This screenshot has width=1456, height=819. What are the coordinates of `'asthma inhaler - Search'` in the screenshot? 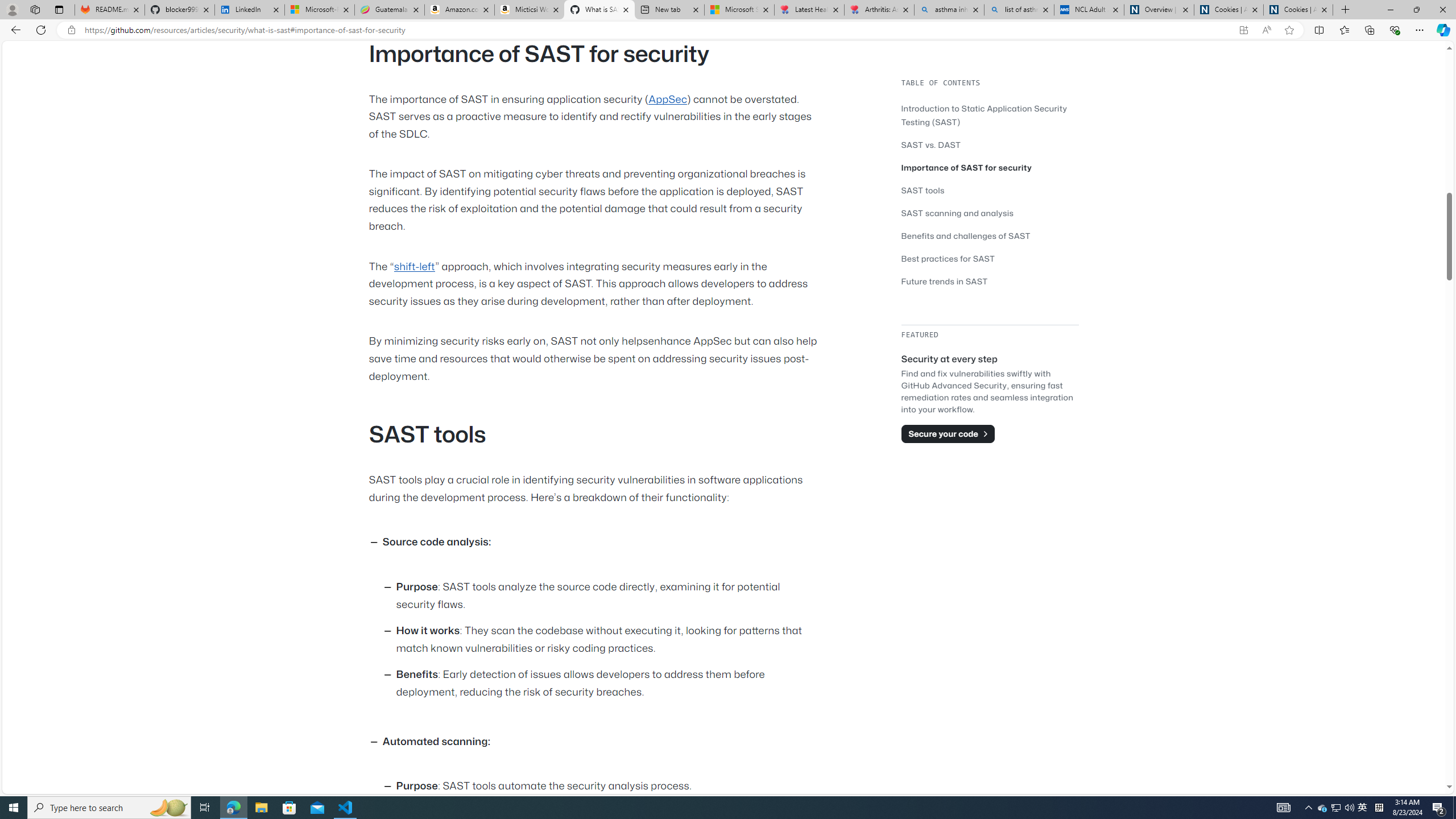 It's located at (949, 9).